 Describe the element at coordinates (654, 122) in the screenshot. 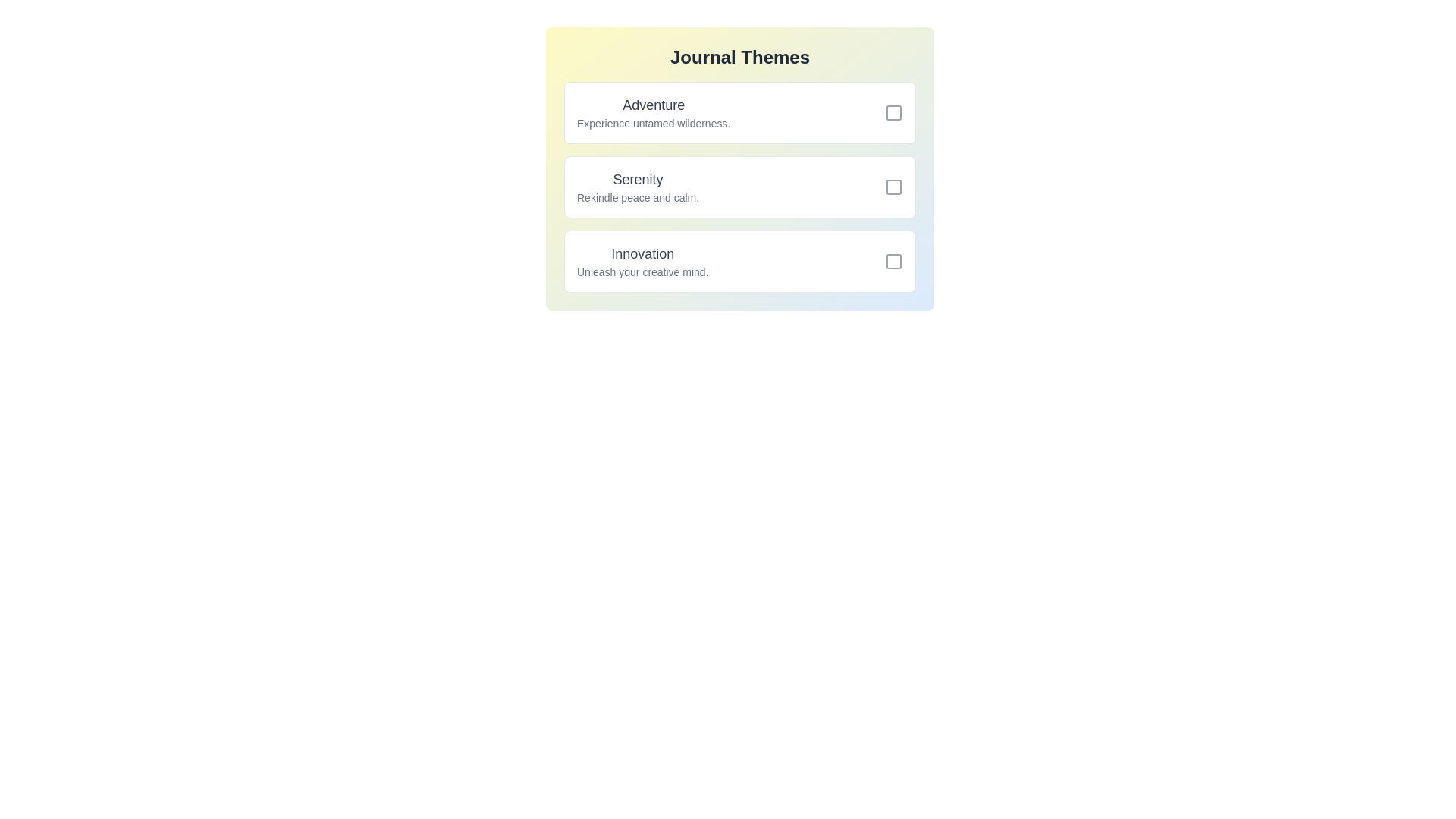

I see `the static text label that reads 'Experience untamed wilderness.' which is located beneath the 'Adventure' heading in the 'Journal Themes' section` at that location.